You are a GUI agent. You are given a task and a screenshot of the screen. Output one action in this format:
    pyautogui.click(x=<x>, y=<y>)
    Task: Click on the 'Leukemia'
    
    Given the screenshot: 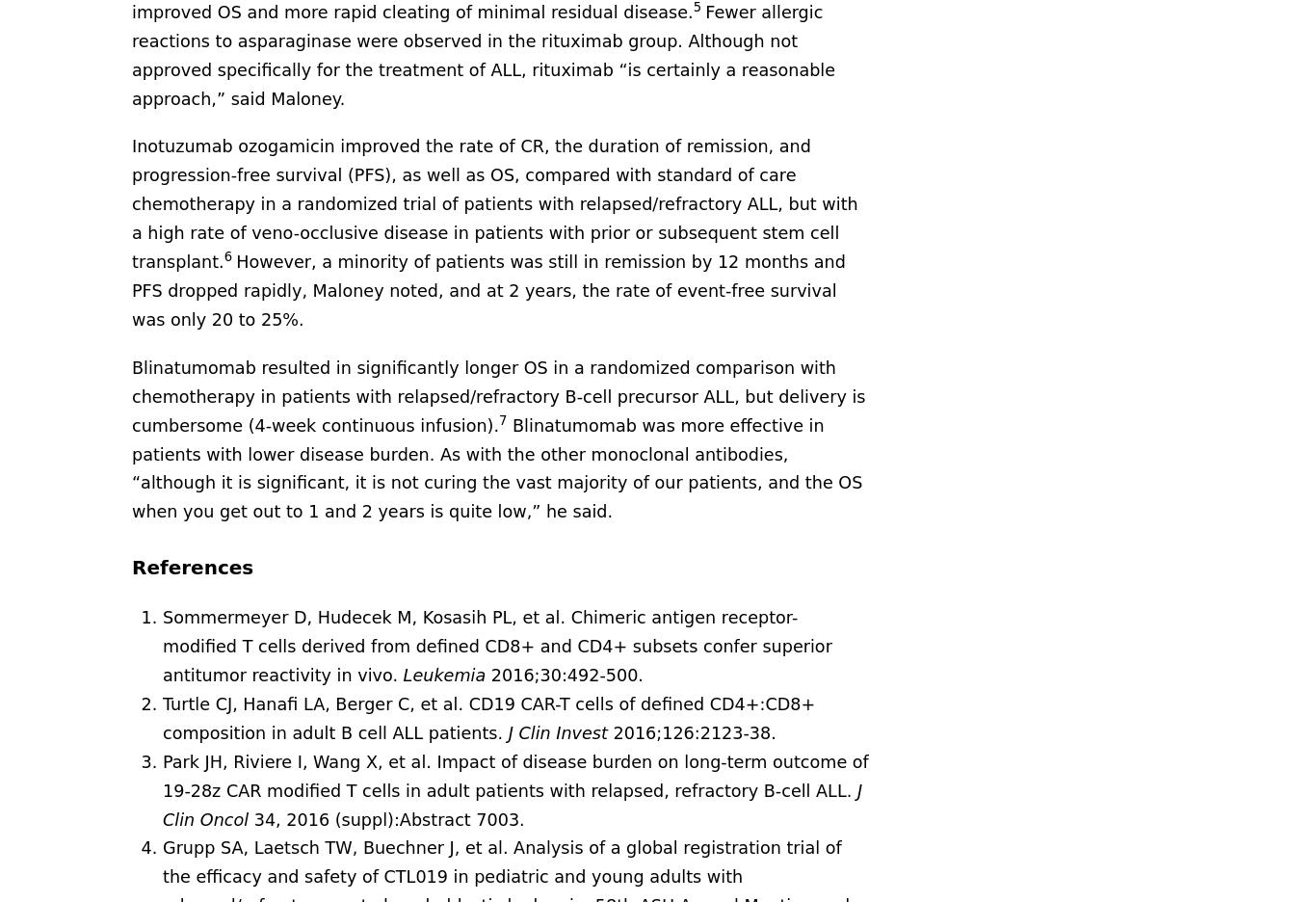 What is the action you would take?
    pyautogui.click(x=446, y=675)
    